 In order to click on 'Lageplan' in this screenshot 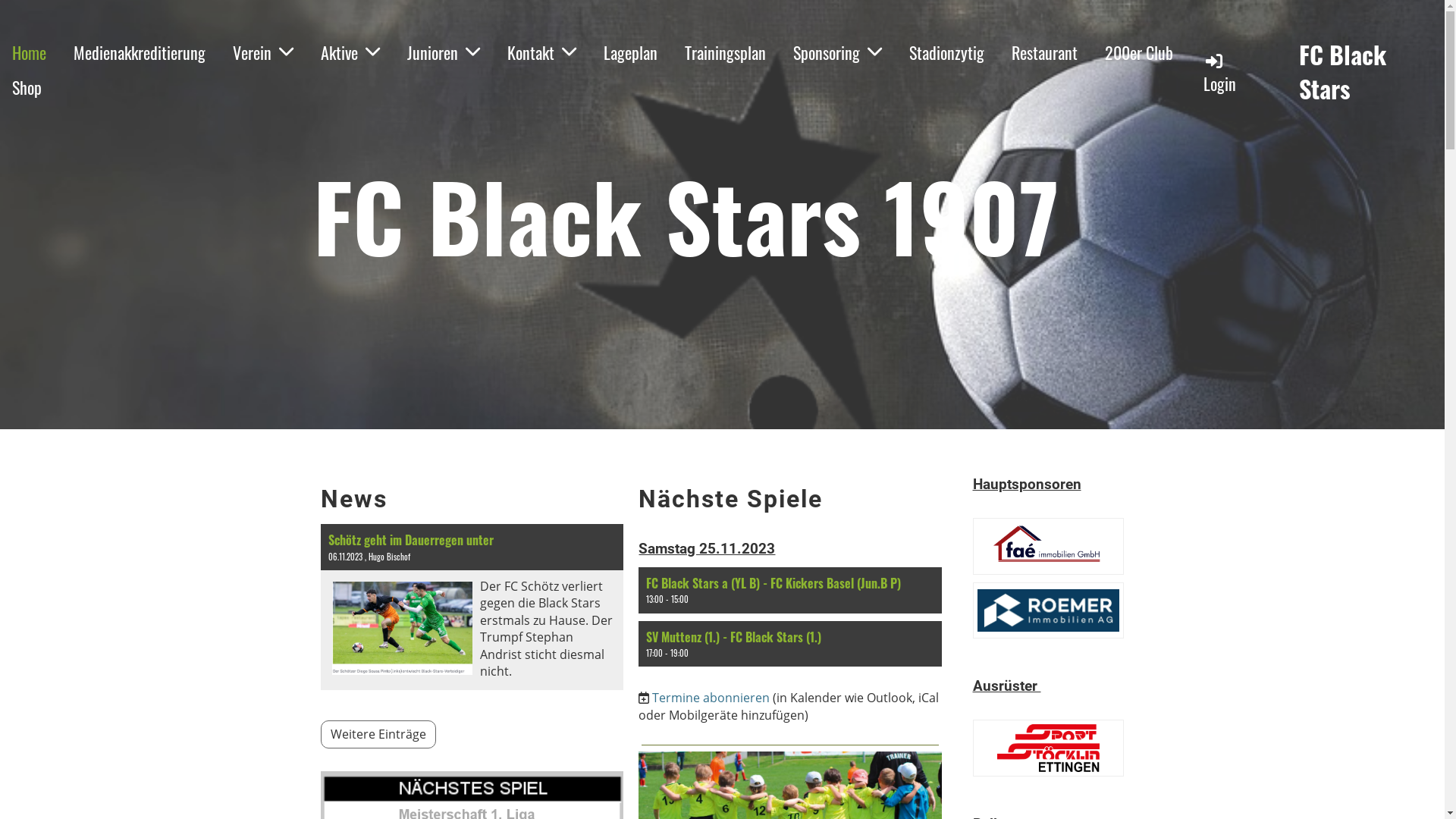, I will do `click(630, 52)`.